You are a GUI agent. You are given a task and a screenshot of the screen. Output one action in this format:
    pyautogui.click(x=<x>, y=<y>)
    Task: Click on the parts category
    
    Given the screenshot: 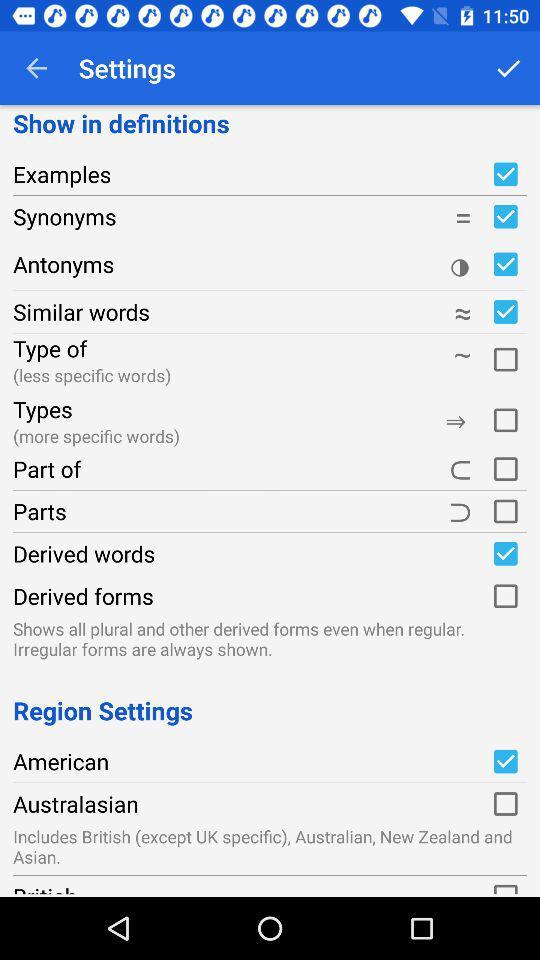 What is the action you would take?
    pyautogui.click(x=504, y=510)
    